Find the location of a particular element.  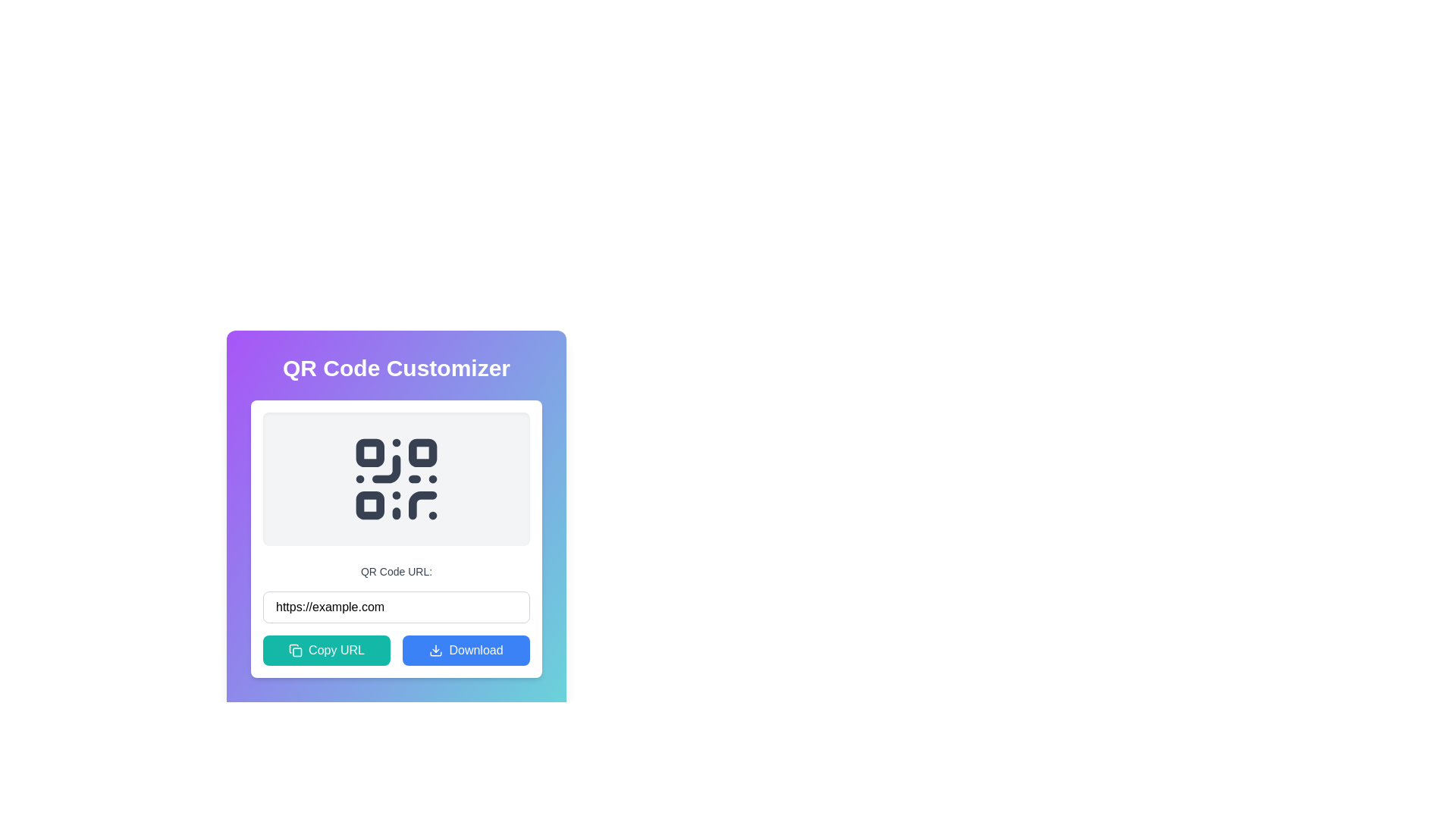

the Copy URL button icon, which signifies the copying action and is located to the left of its text label, situated below the QR code URL input field is located at coordinates (296, 649).